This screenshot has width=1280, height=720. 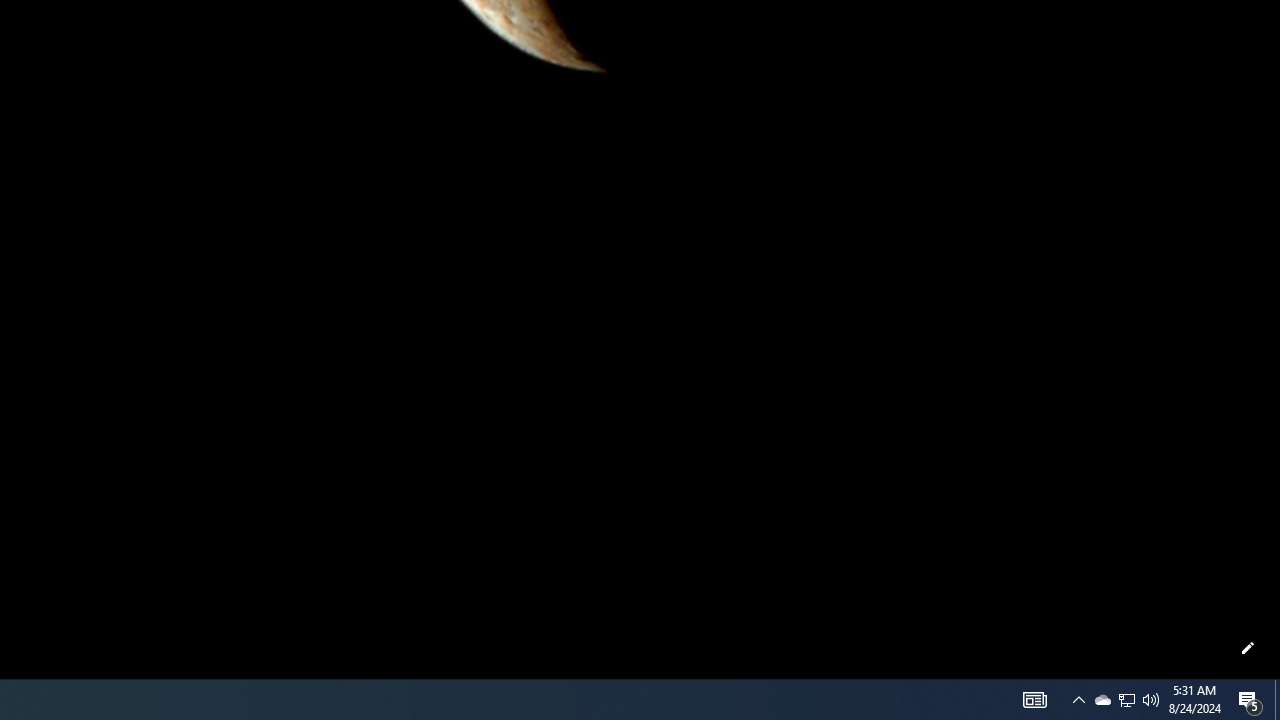 What do you see at coordinates (1127, 698) in the screenshot?
I see `'Notification Chevron'` at bounding box center [1127, 698].